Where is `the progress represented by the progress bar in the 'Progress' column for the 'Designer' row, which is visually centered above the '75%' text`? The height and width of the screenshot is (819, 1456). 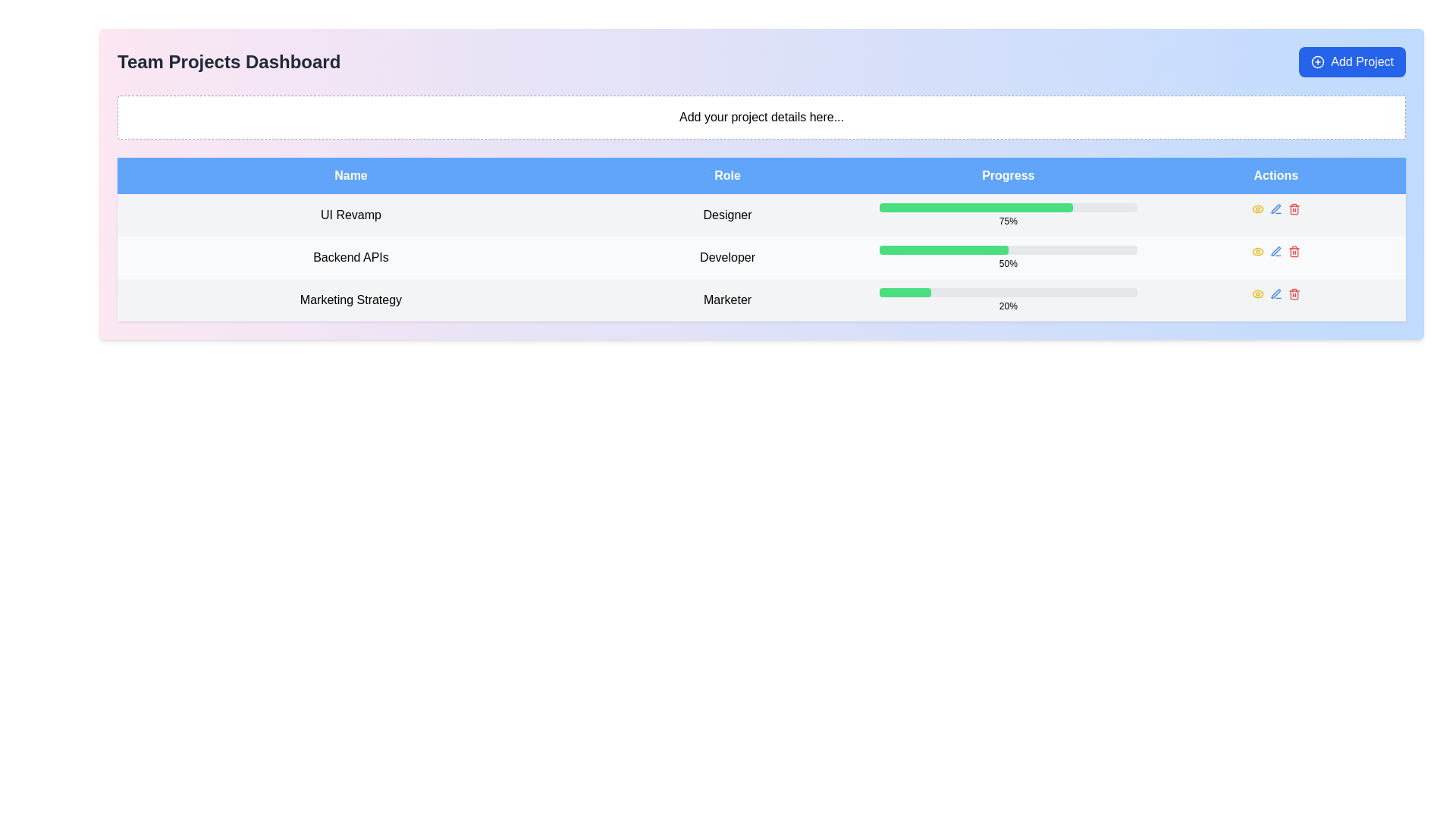 the progress represented by the progress bar in the 'Progress' column for the 'Designer' row, which is visually centered above the '75%' text is located at coordinates (1008, 207).